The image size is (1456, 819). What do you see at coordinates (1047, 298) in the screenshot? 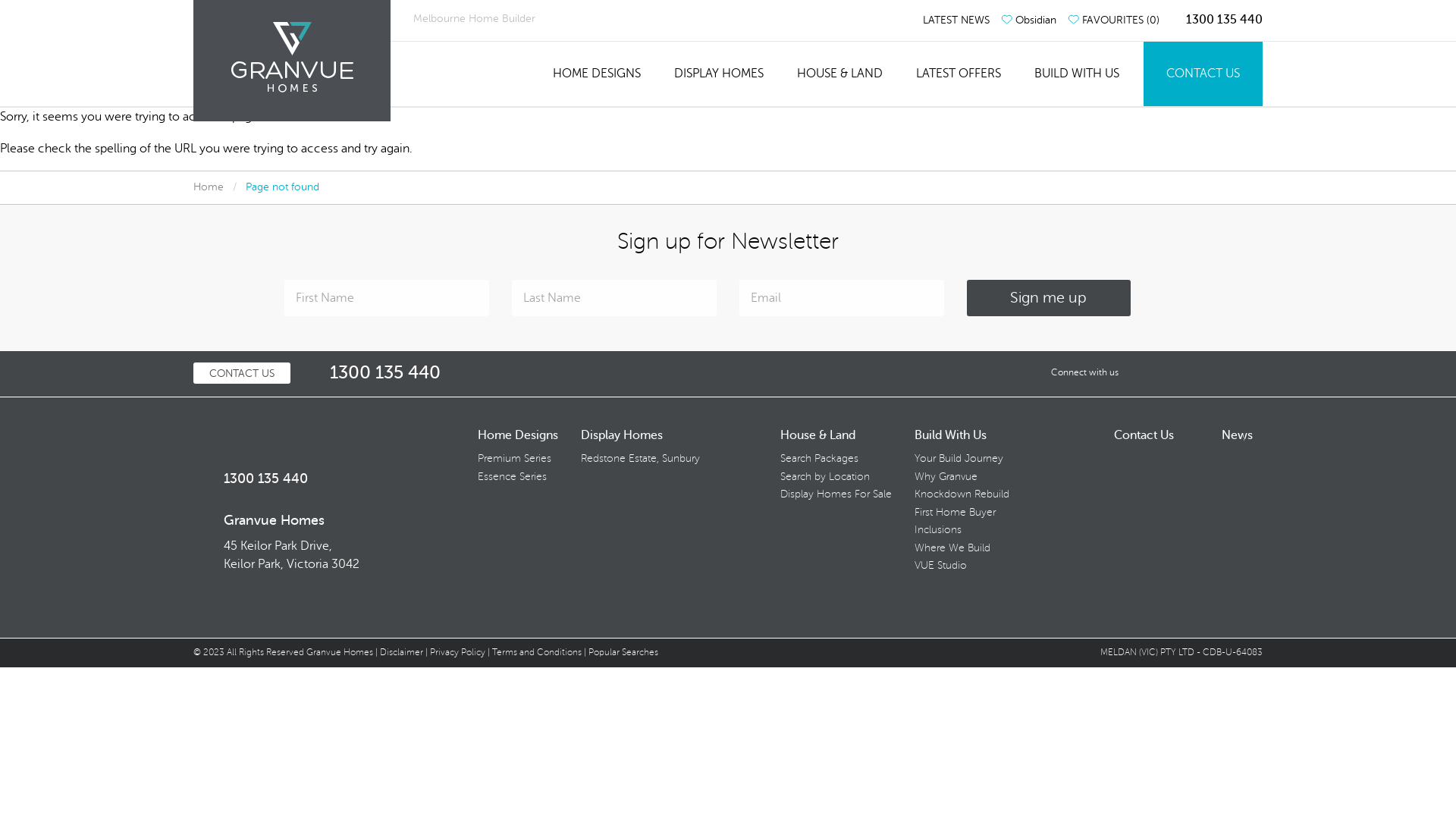
I see `'Sign me up'` at bounding box center [1047, 298].